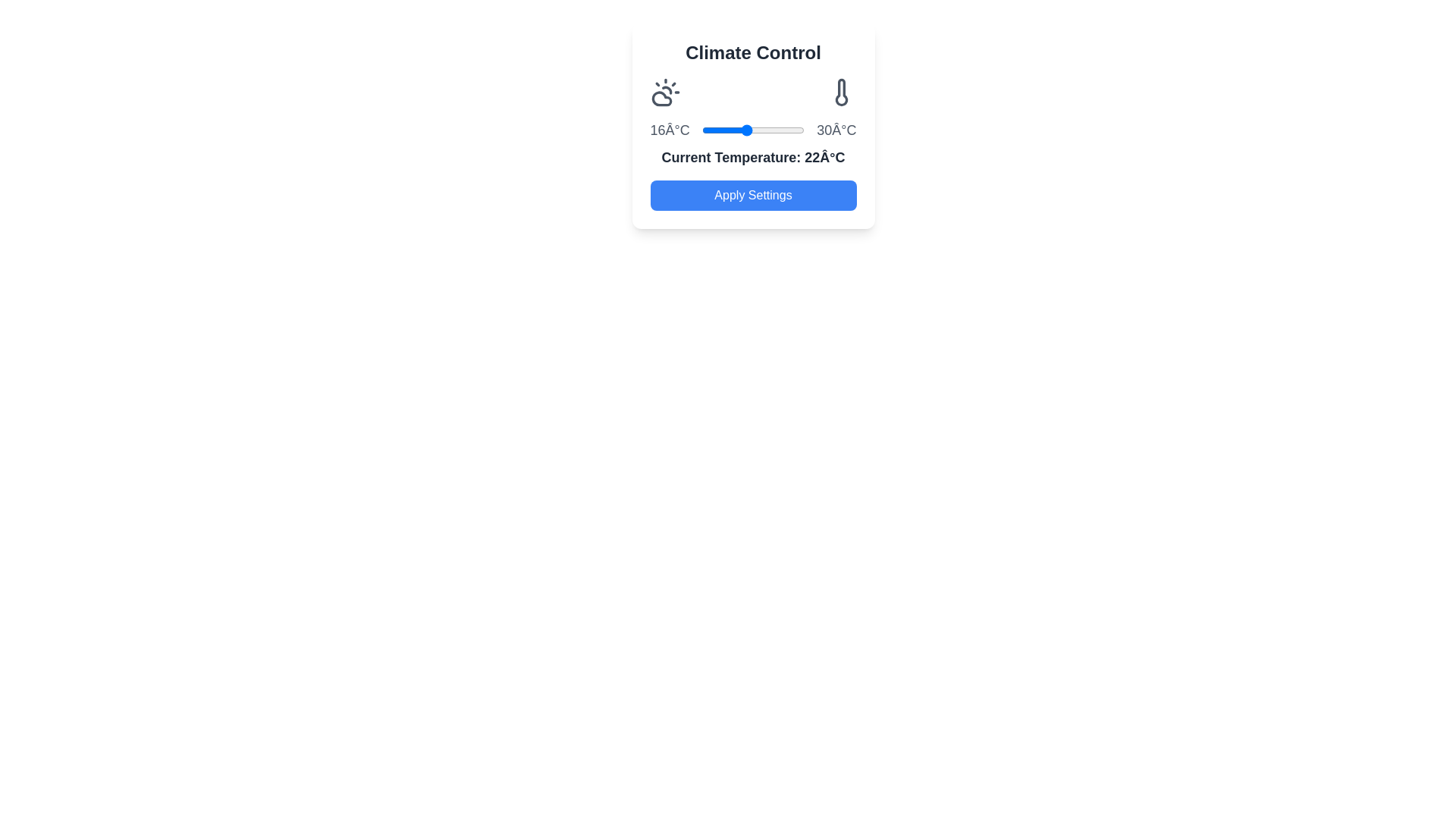  Describe the element at coordinates (753, 130) in the screenshot. I see `the blue circular thumb of the horizontal slider control located between the '16°C' and '30°C' indicators` at that location.